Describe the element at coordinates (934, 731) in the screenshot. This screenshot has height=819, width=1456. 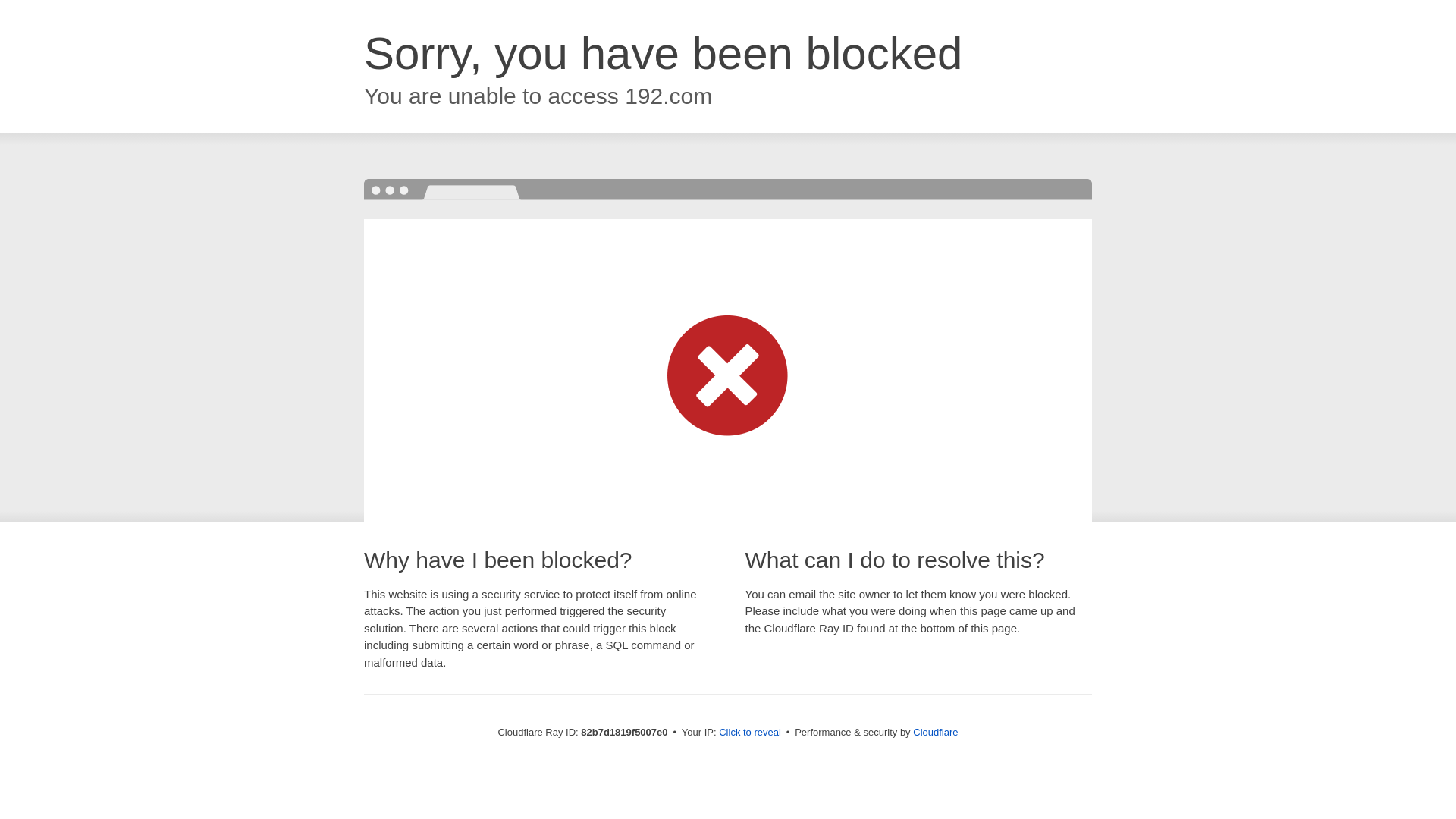
I see `'Cloudflare'` at that location.